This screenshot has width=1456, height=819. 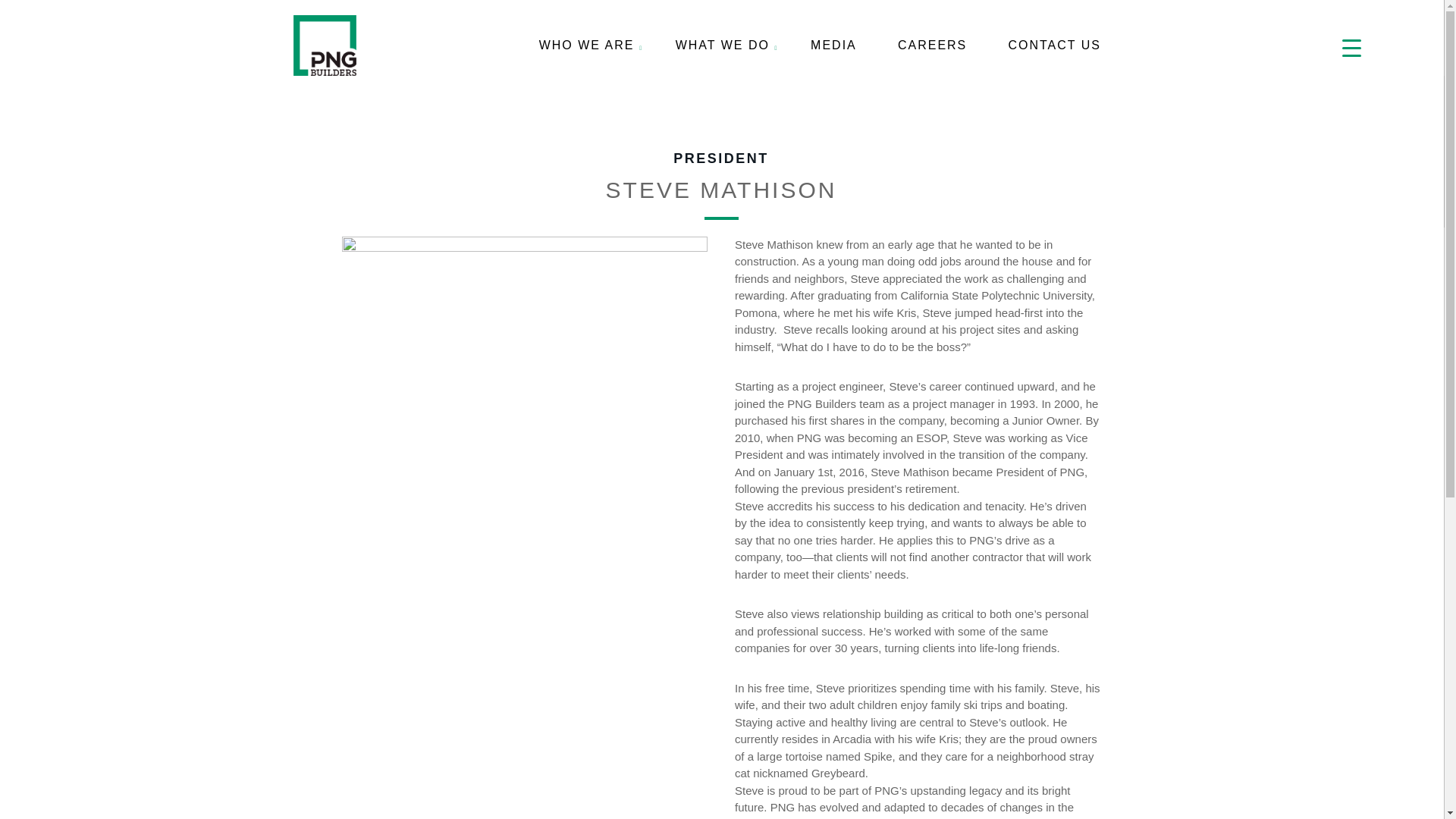 What do you see at coordinates (538, 45) in the screenshot?
I see `'WHO WE ARE'` at bounding box center [538, 45].